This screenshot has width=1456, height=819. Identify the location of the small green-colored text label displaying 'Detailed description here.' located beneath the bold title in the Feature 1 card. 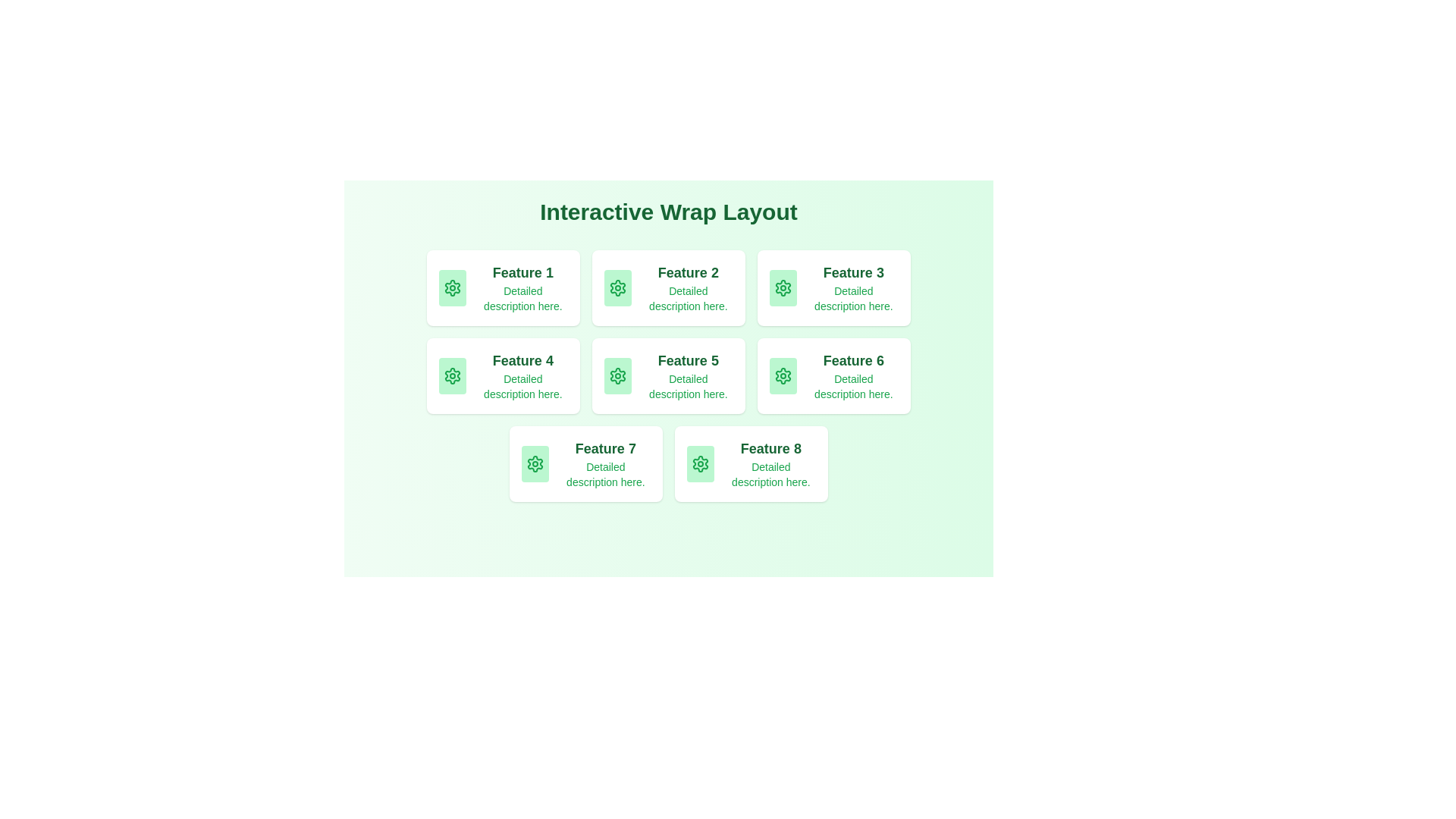
(522, 298).